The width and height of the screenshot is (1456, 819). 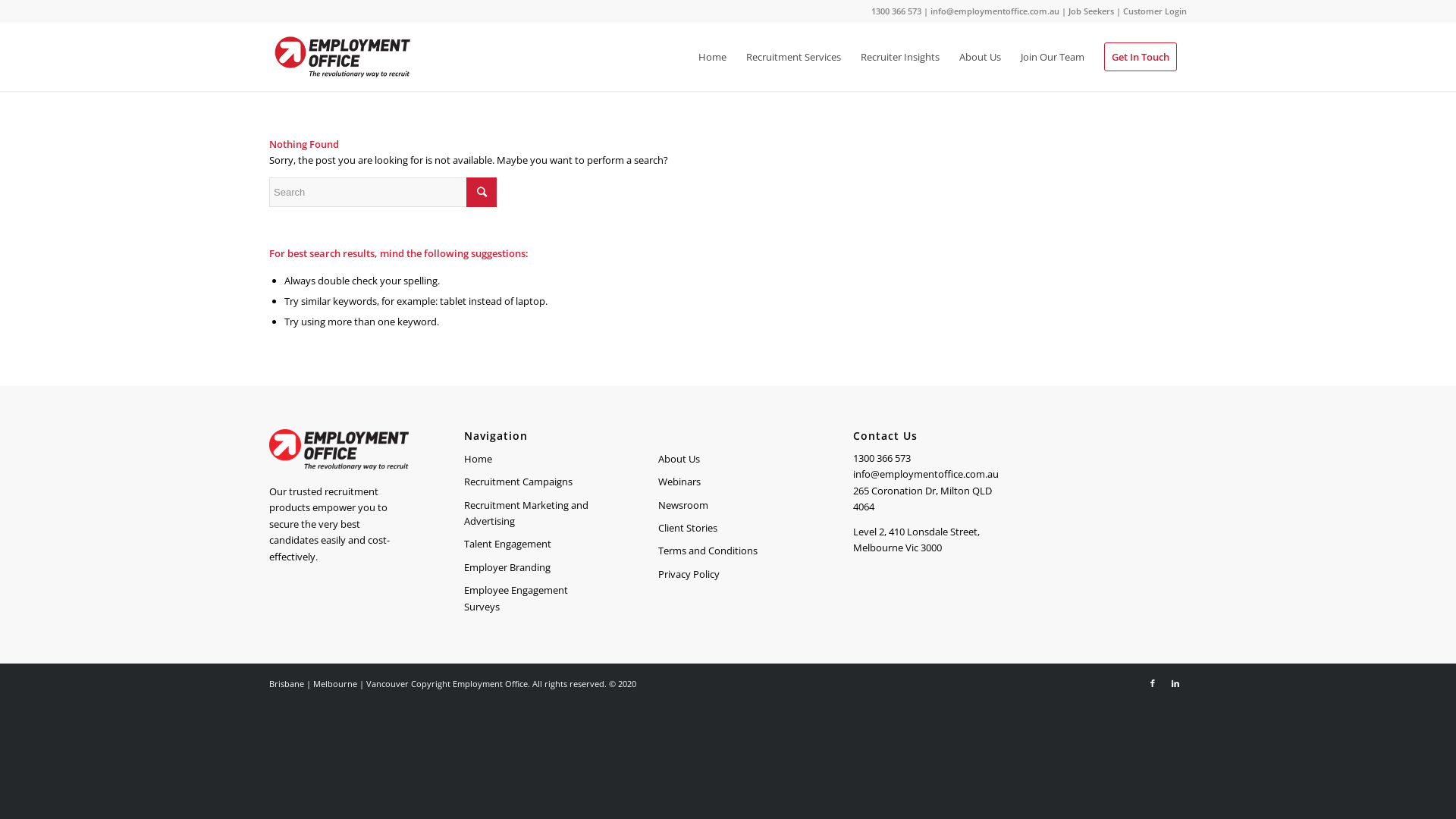 I want to click on 'Customer Login', so click(x=1153, y=11).